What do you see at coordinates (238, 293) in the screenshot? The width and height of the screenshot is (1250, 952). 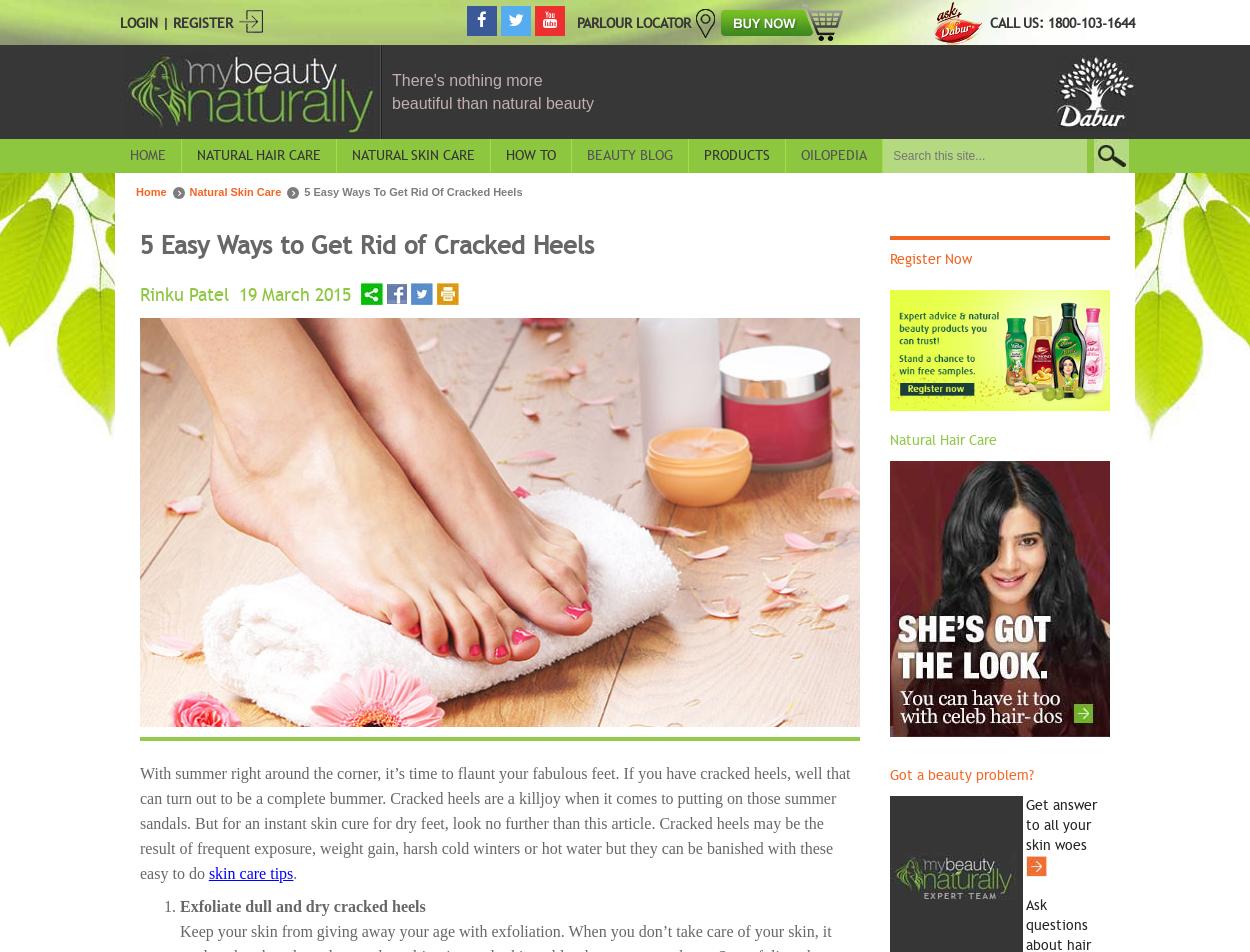 I see `'19 March 2015'` at bounding box center [238, 293].